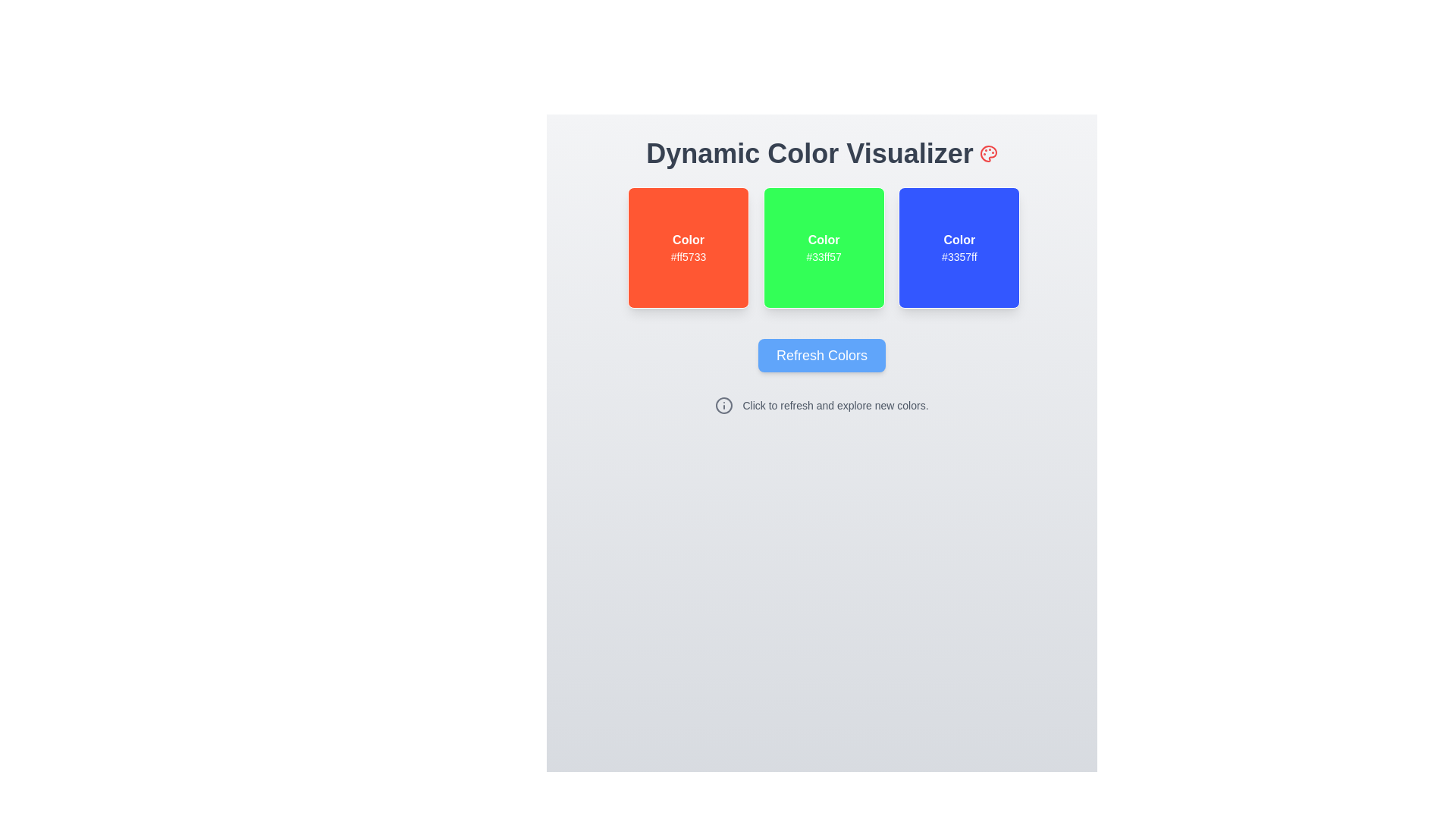 The image size is (1456, 819). What do you see at coordinates (821, 247) in the screenshot?
I see `the center of the Composite component containing colored tiles and labels located below the title 'Dynamic Color Visualizer'` at bounding box center [821, 247].